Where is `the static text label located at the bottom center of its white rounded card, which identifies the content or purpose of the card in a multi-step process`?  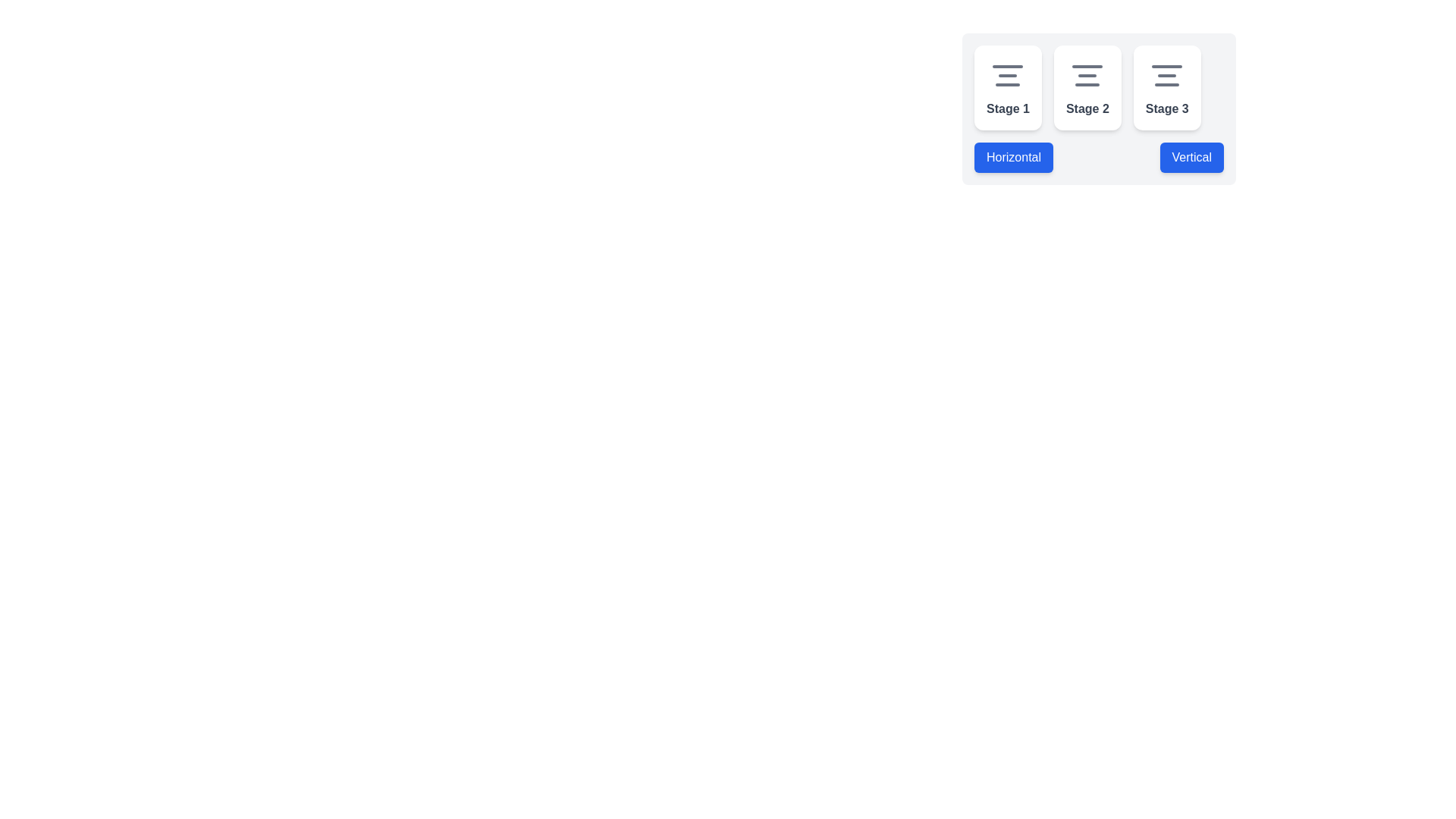
the static text label located at the bottom center of its white rounded card, which identifies the content or purpose of the card in a multi-step process is located at coordinates (1008, 108).